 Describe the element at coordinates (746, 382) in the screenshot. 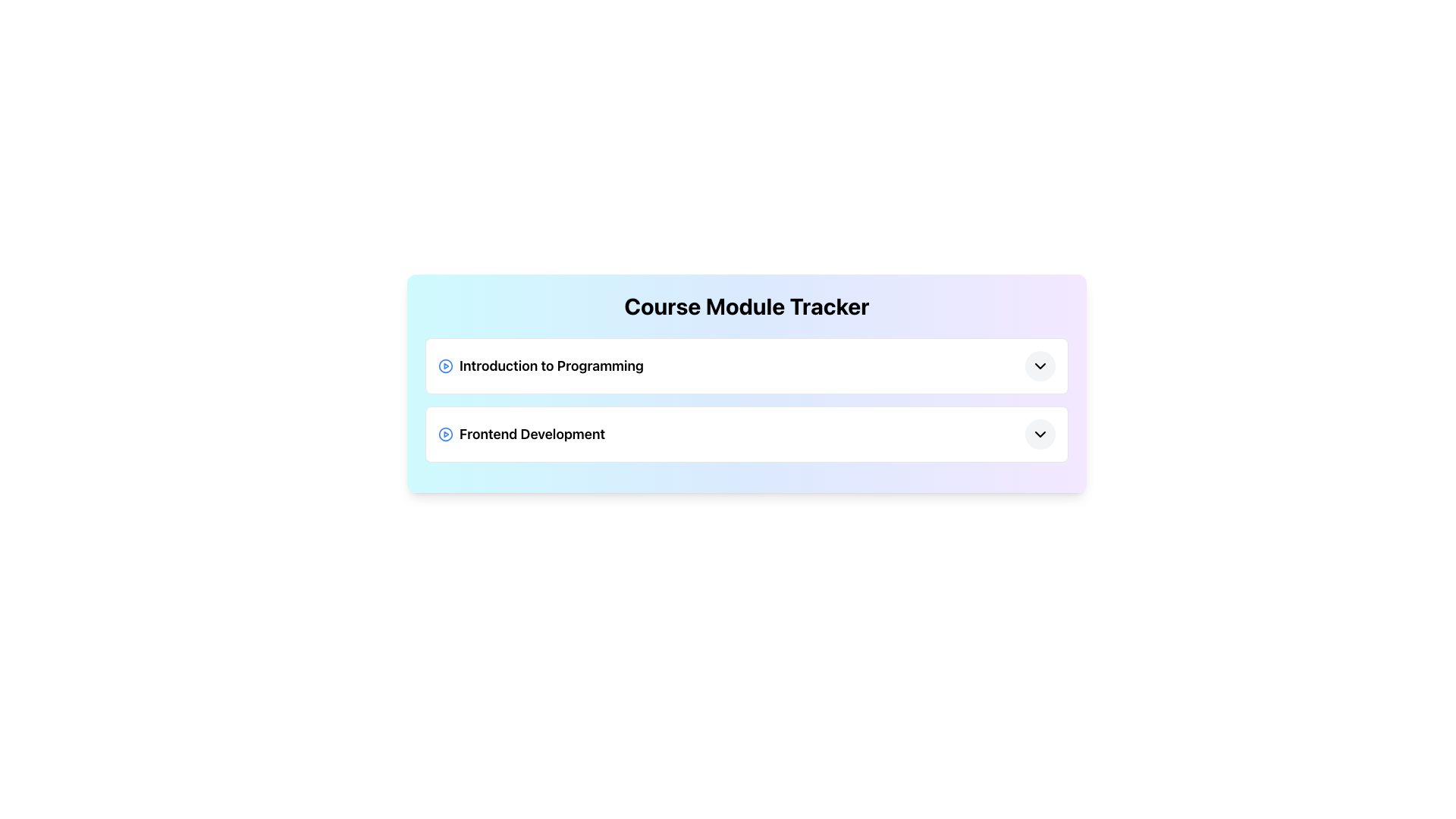

I see `the first module title in the 'Course Module Tracker' composite card, which is listed vertically as 'Introduction to Programming'` at that location.